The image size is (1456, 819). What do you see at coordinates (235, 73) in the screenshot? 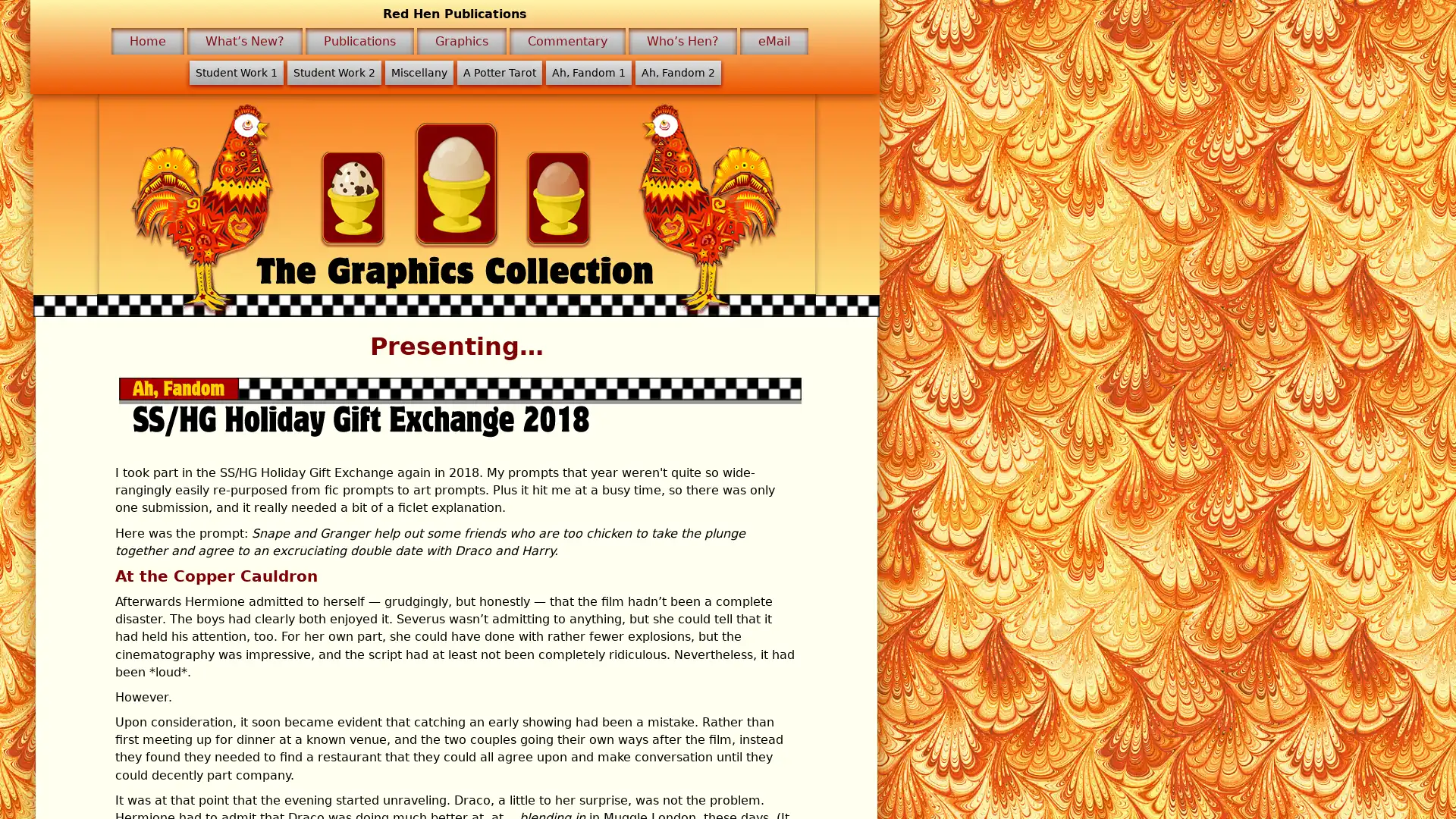
I see `Student Work 1` at bounding box center [235, 73].